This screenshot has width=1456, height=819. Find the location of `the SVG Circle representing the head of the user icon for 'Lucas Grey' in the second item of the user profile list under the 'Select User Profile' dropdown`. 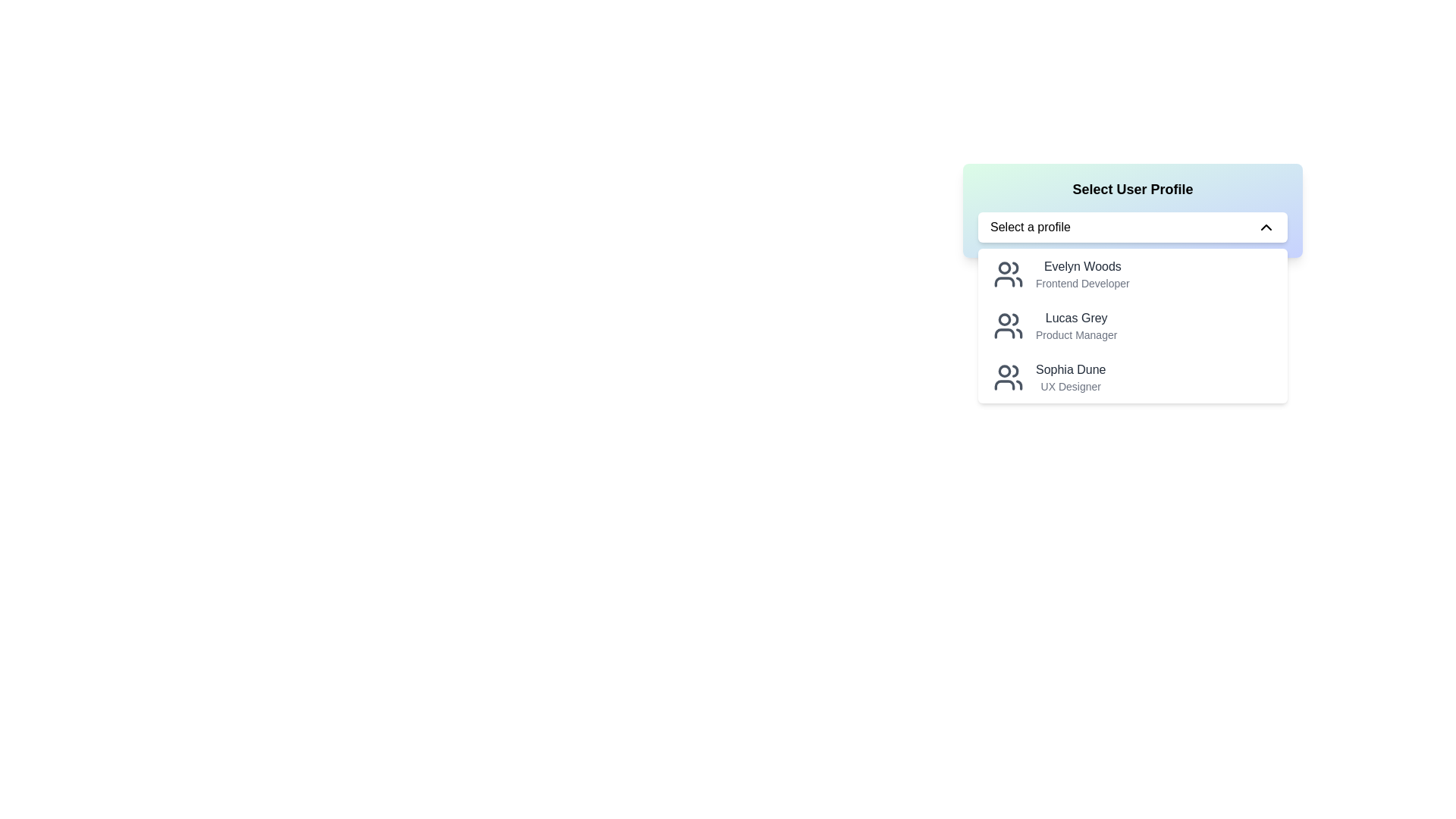

the SVG Circle representing the head of the user icon for 'Lucas Grey' in the second item of the user profile list under the 'Select User Profile' dropdown is located at coordinates (1004, 318).